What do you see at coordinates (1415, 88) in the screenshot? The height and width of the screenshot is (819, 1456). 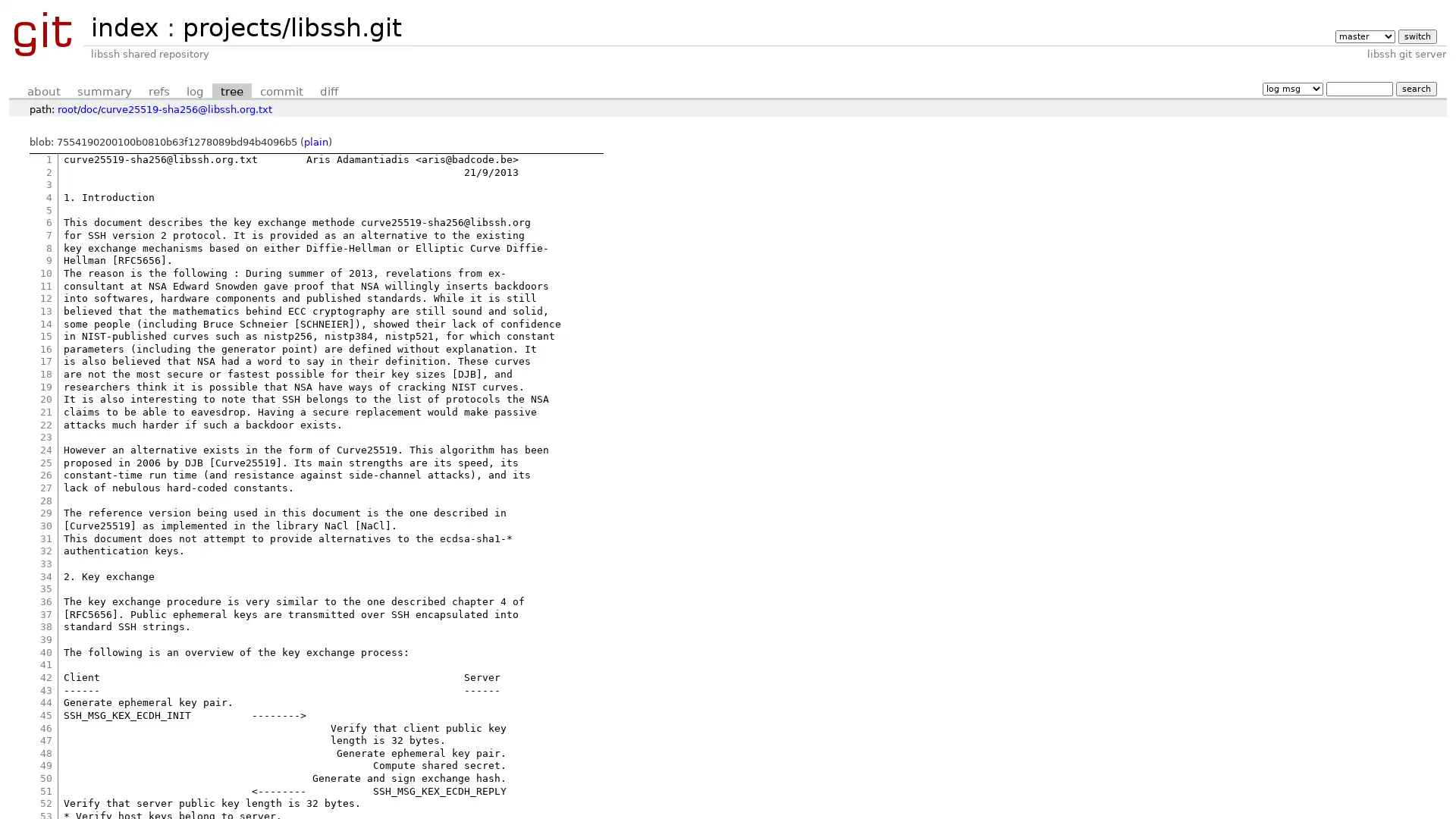 I see `search` at bounding box center [1415, 88].